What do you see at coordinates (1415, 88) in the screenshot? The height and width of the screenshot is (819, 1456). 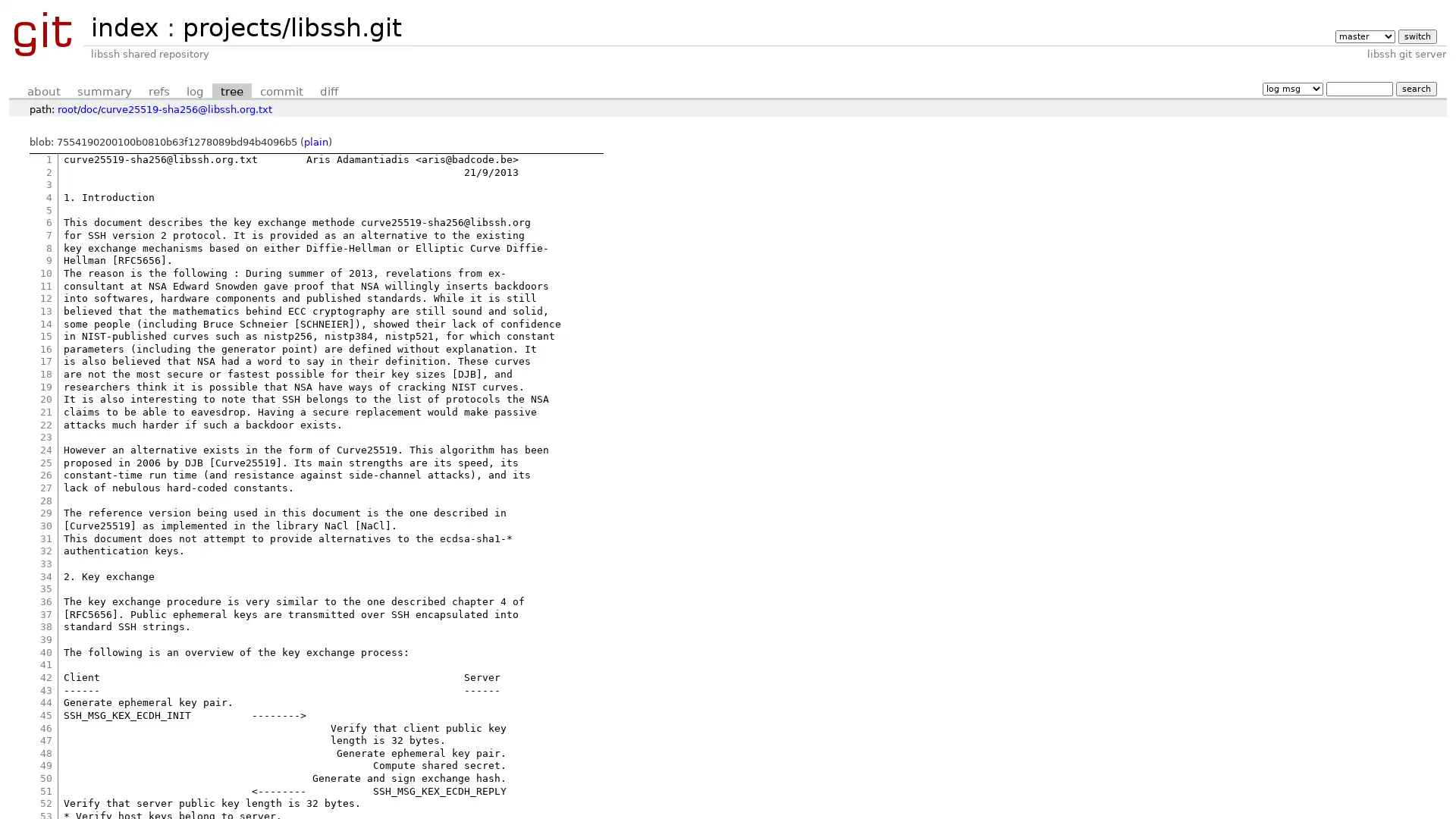 I see `search` at bounding box center [1415, 88].